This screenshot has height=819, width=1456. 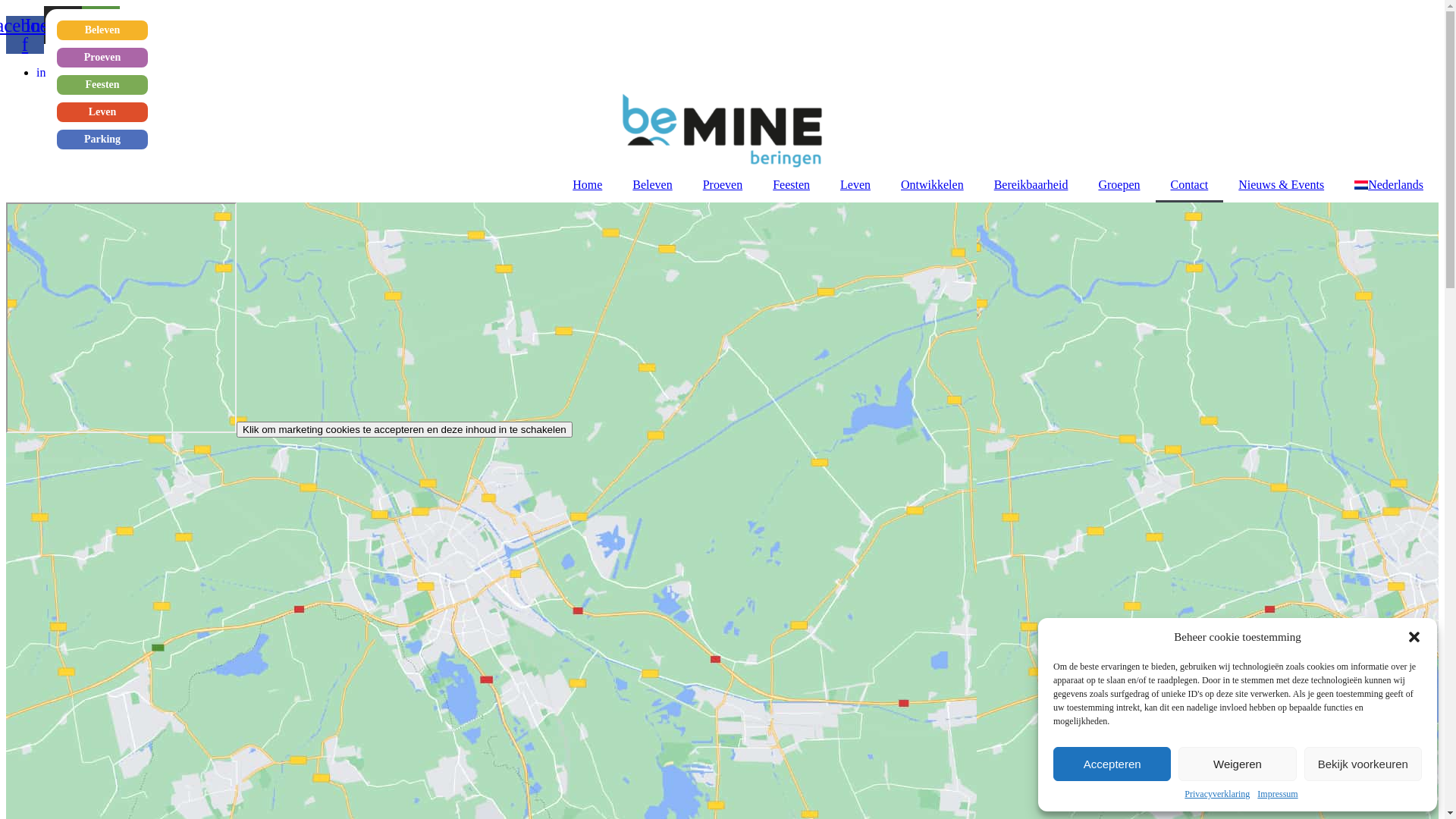 What do you see at coordinates (101, 57) in the screenshot?
I see `'Proeven'` at bounding box center [101, 57].